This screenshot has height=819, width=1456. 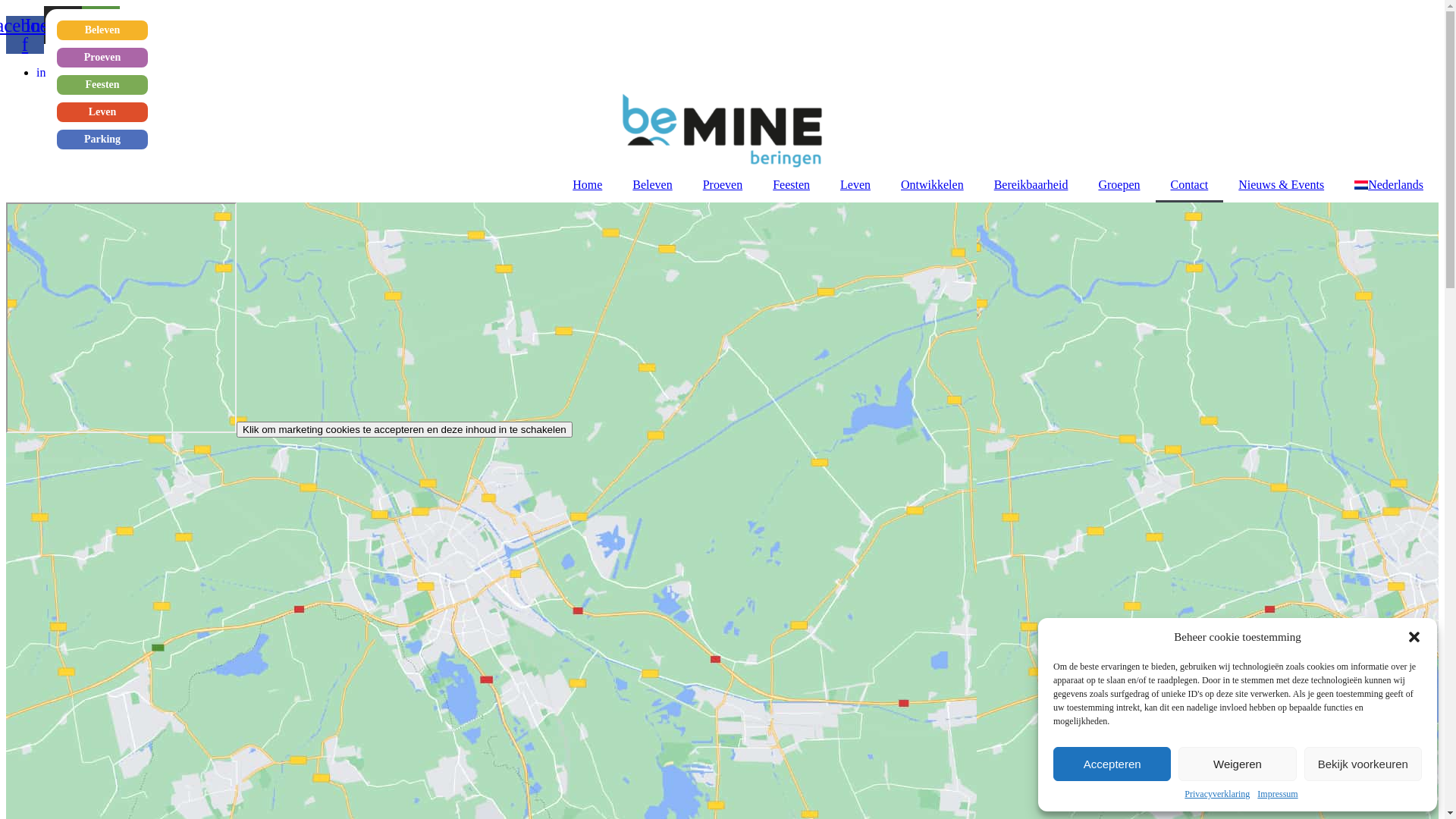 What do you see at coordinates (101, 57) in the screenshot?
I see `'Proeven'` at bounding box center [101, 57].